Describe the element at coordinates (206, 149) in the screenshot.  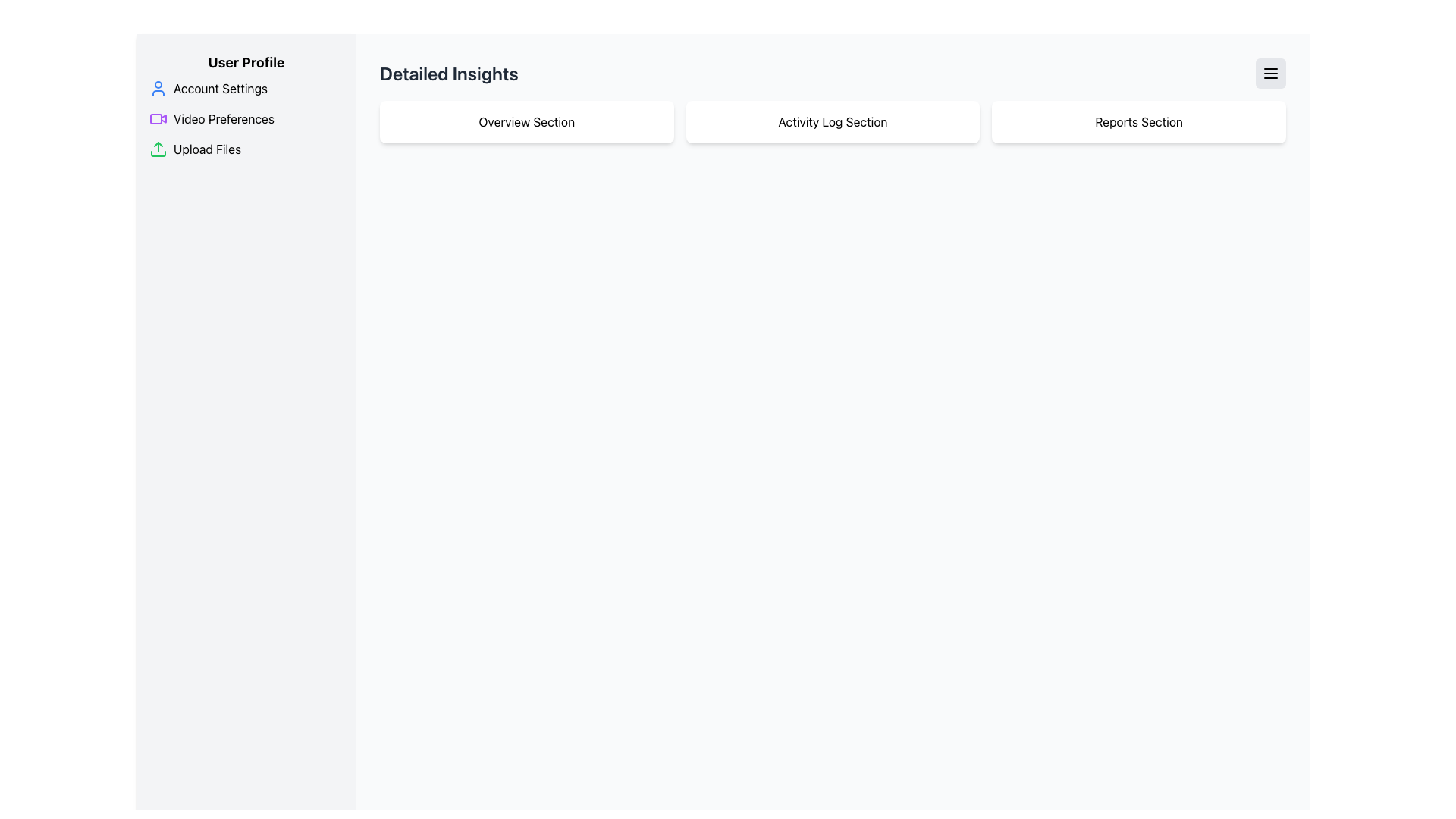
I see `text of the label indicating the upload files feature, located in the third position under the 'User Profile' section in the sidebar` at that location.